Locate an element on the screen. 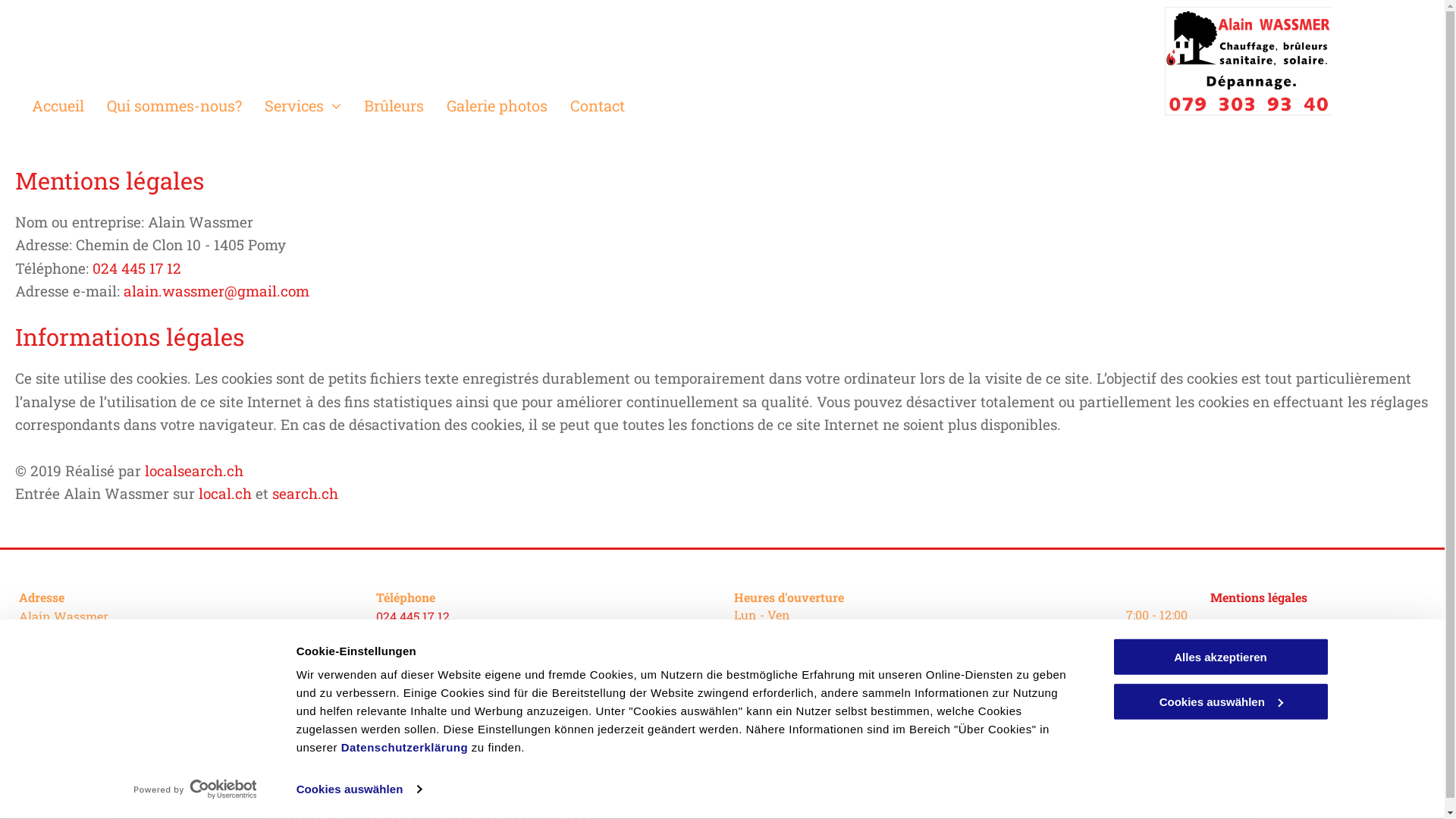 This screenshot has height=819, width=1456. 'alain.wassmer@gmail.com' is located at coordinates (215, 290).